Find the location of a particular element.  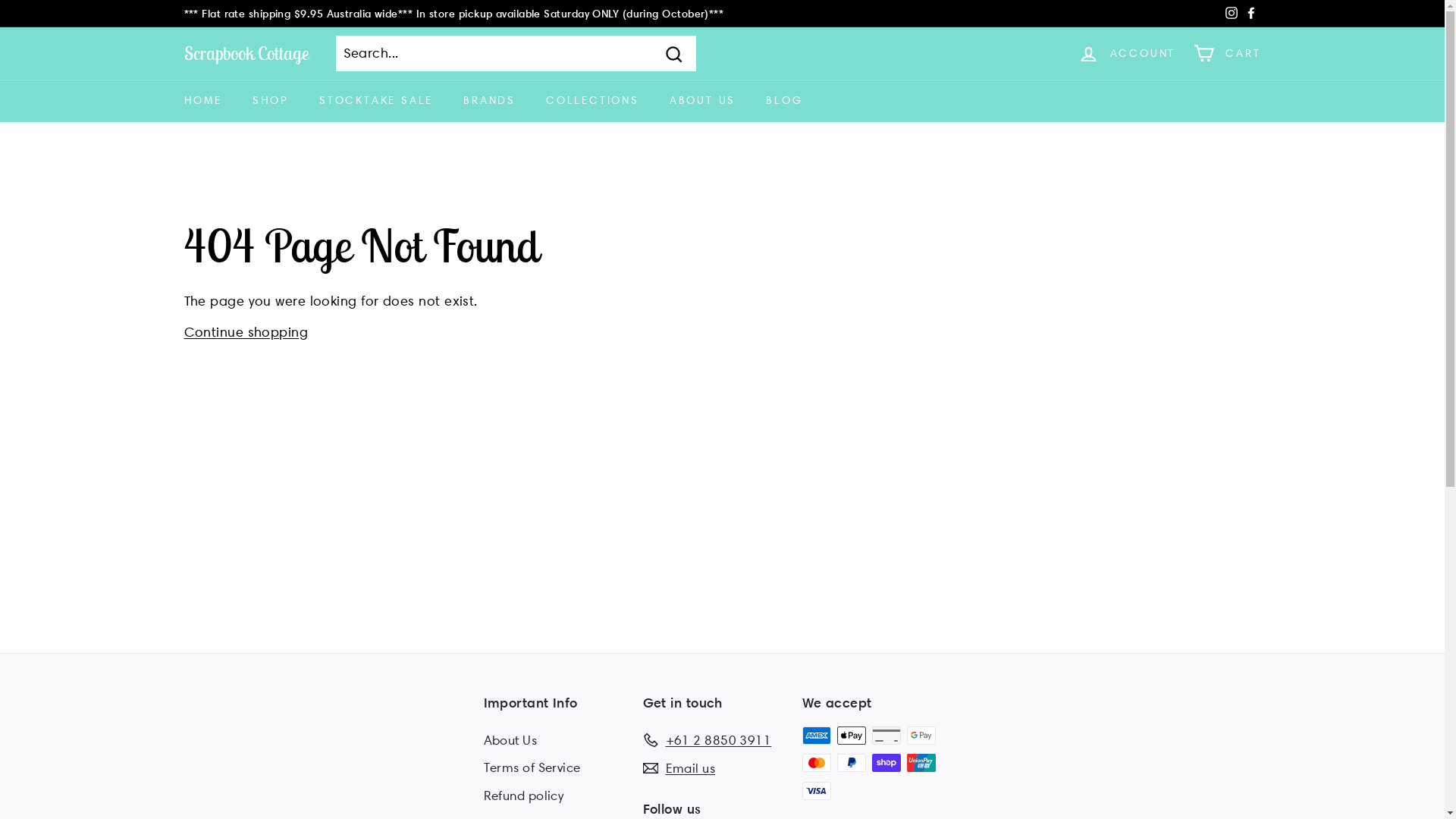

'Scrapbook Cottage' is located at coordinates (246, 52).